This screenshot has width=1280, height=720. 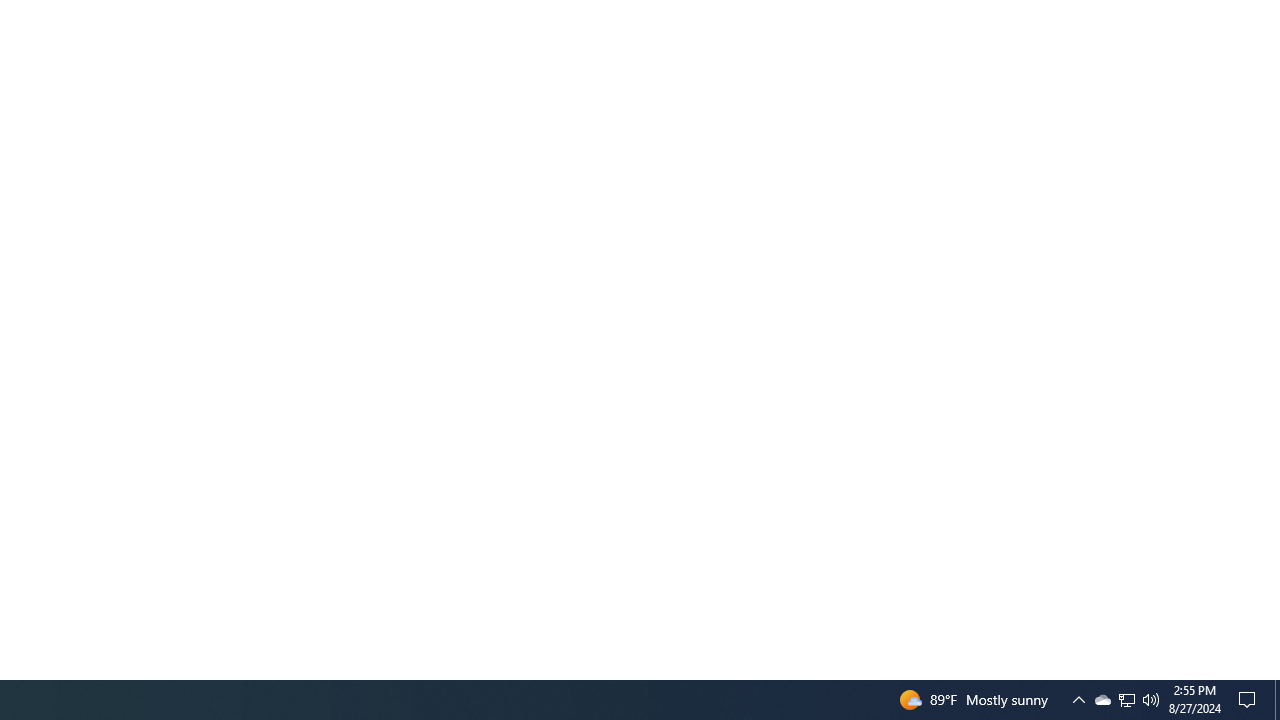 I want to click on 'Q2790: 100%', so click(x=1151, y=698).